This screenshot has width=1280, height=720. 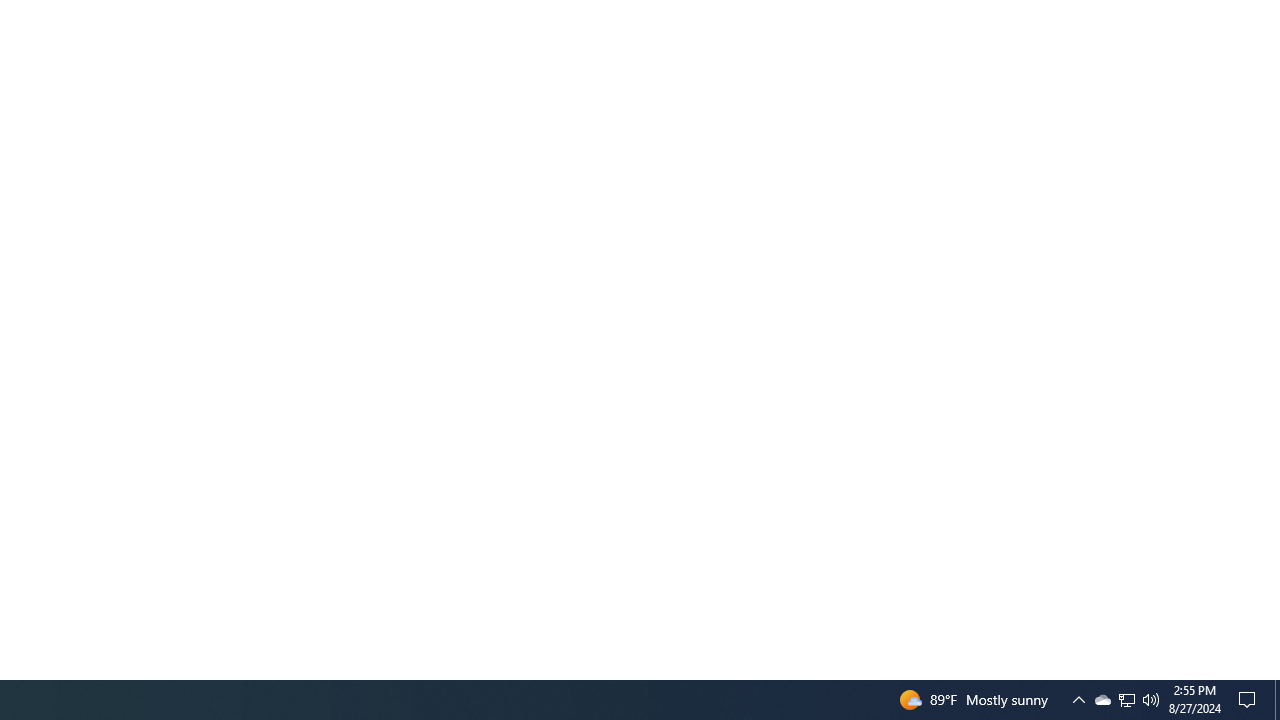 I want to click on 'Q2790: 100%', so click(x=1151, y=698).